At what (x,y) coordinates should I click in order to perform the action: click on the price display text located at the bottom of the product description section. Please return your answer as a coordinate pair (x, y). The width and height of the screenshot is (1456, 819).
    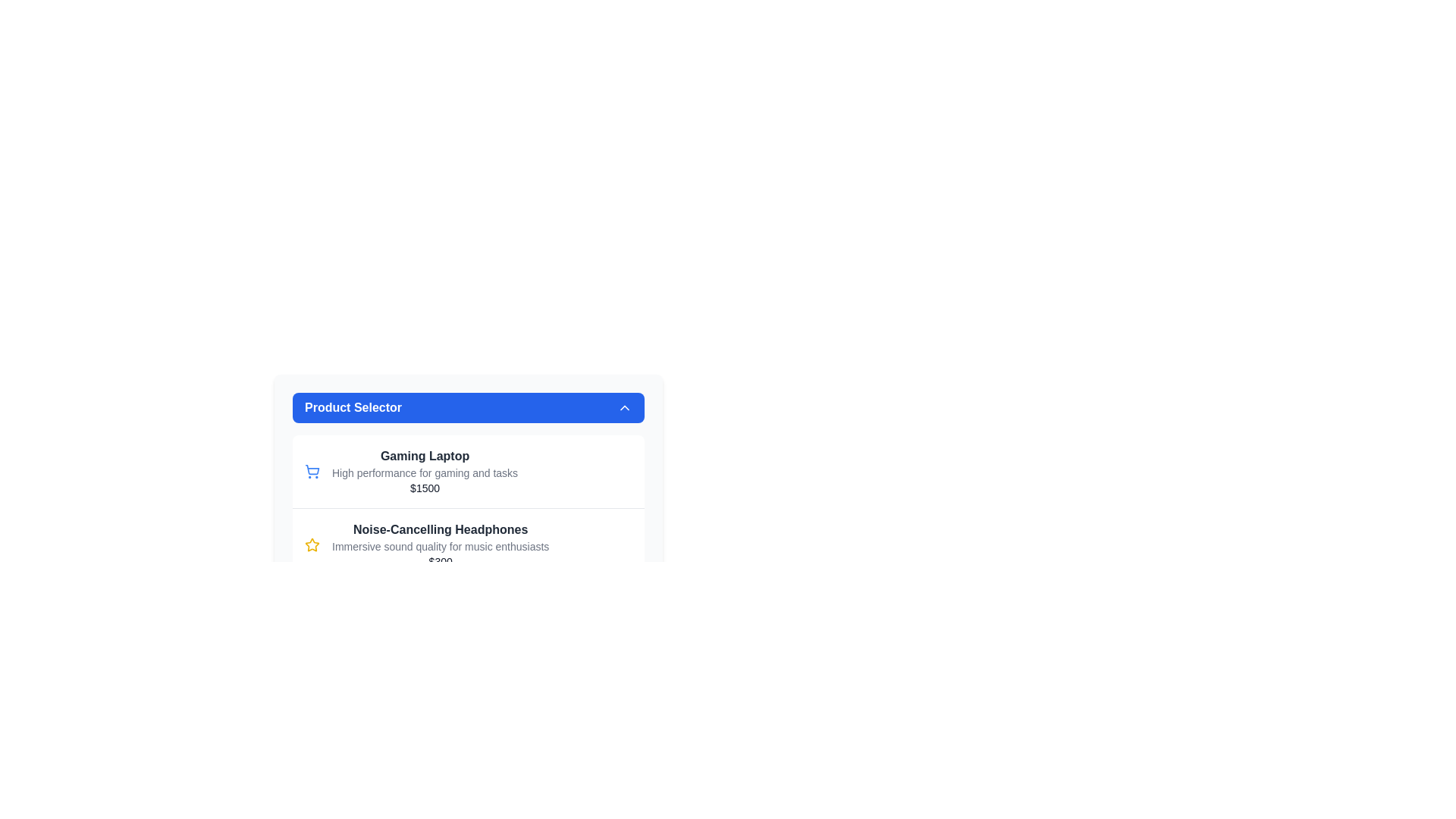
    Looking at the image, I should click on (425, 488).